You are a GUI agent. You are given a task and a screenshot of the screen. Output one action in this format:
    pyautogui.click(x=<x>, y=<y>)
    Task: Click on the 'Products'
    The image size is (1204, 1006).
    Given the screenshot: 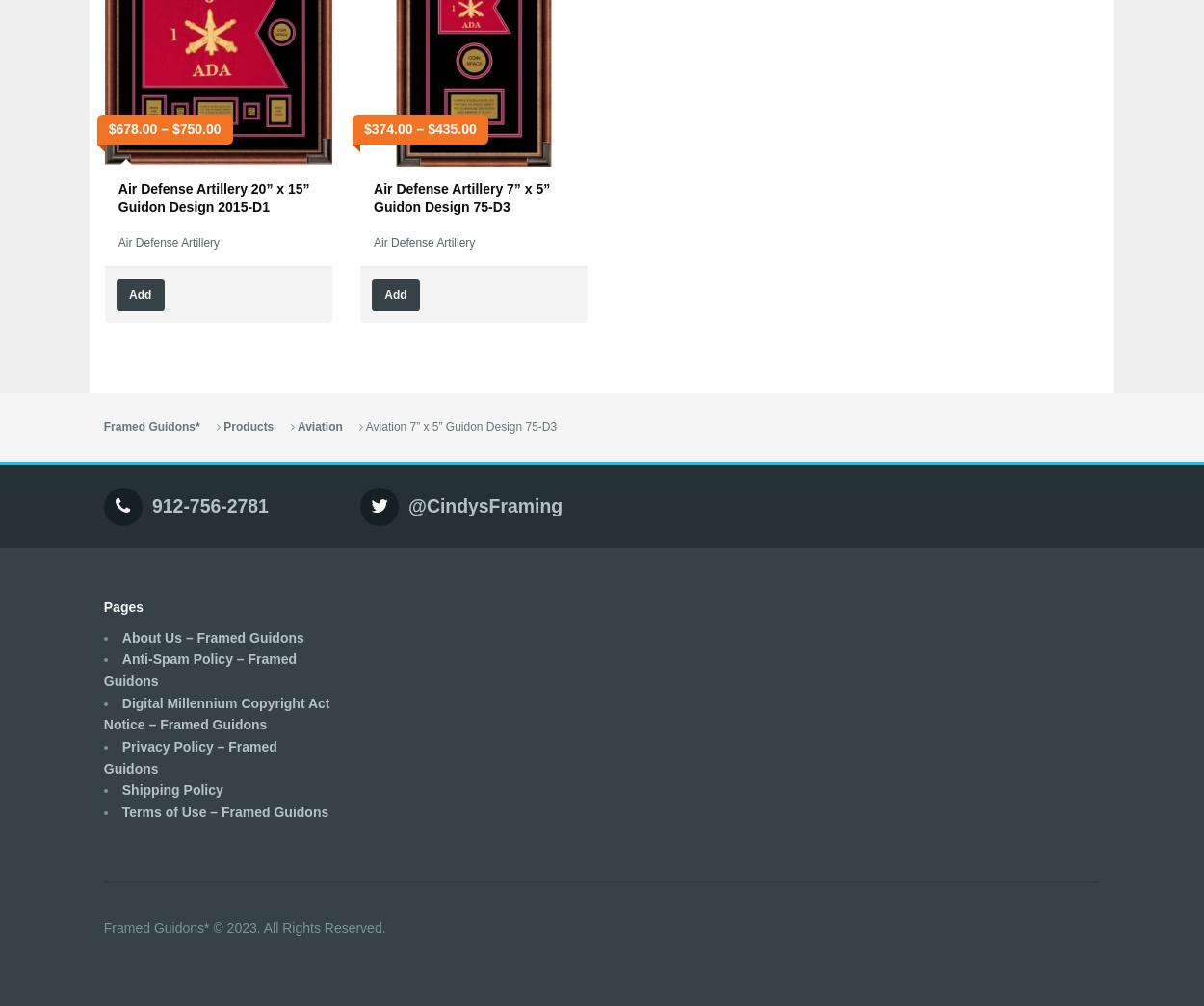 What is the action you would take?
    pyautogui.click(x=249, y=425)
    